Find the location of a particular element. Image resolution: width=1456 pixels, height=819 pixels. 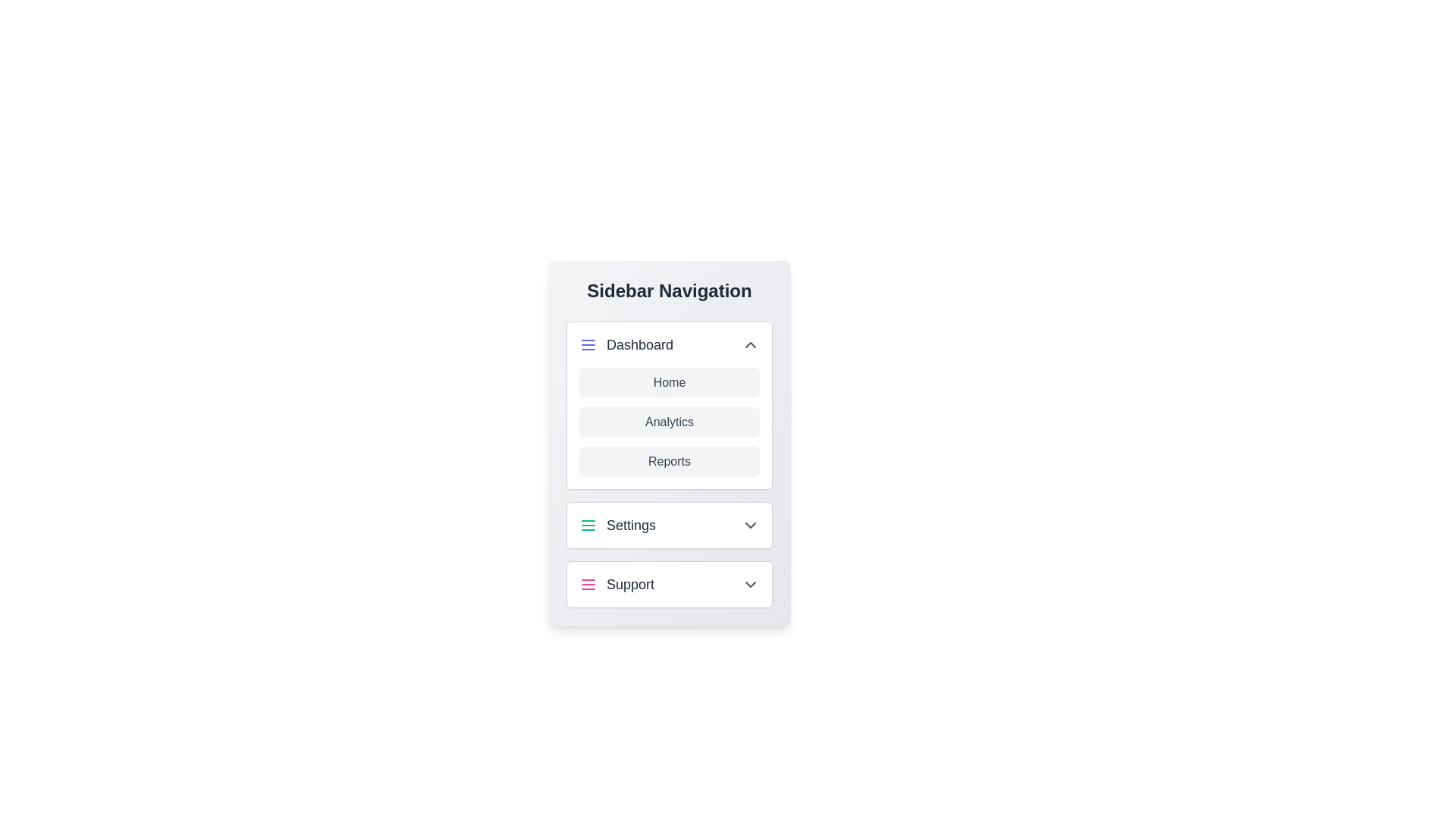

the indigo hamburger menu icon located to the left of the 'Dashboard' text in the vertical navigation menu is located at coordinates (588, 345).